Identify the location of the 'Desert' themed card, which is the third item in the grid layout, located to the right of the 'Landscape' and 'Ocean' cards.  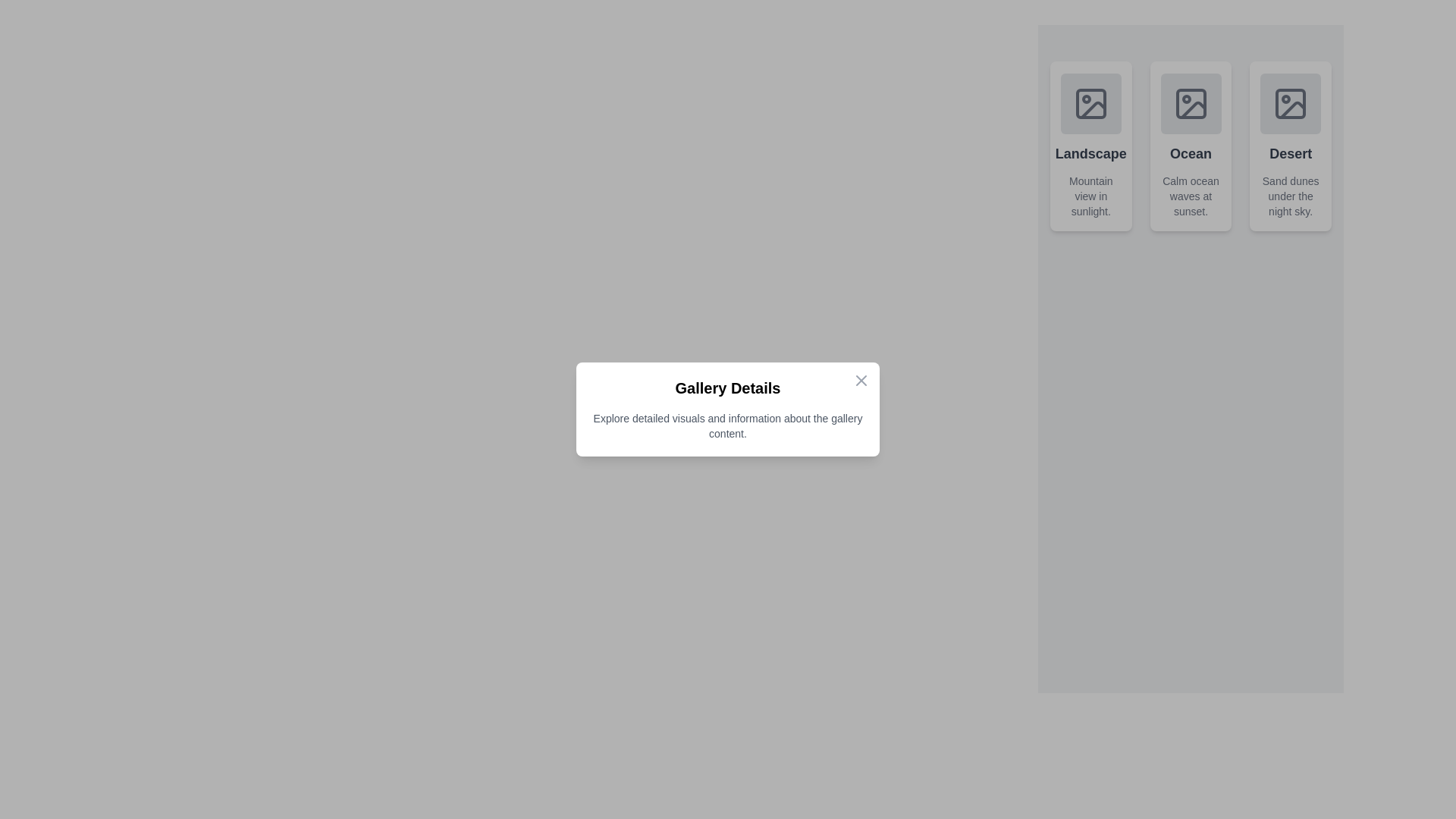
(1290, 146).